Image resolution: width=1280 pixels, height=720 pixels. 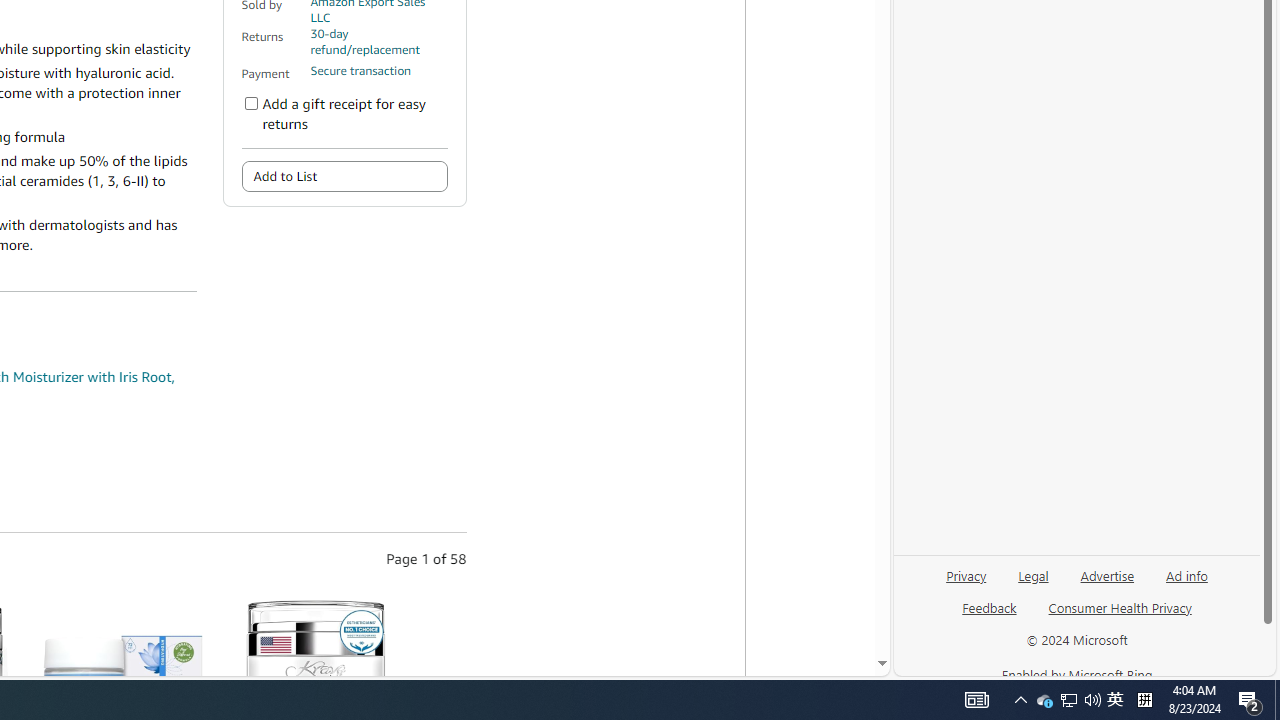 I want to click on 'Feedback', so click(x=989, y=614).